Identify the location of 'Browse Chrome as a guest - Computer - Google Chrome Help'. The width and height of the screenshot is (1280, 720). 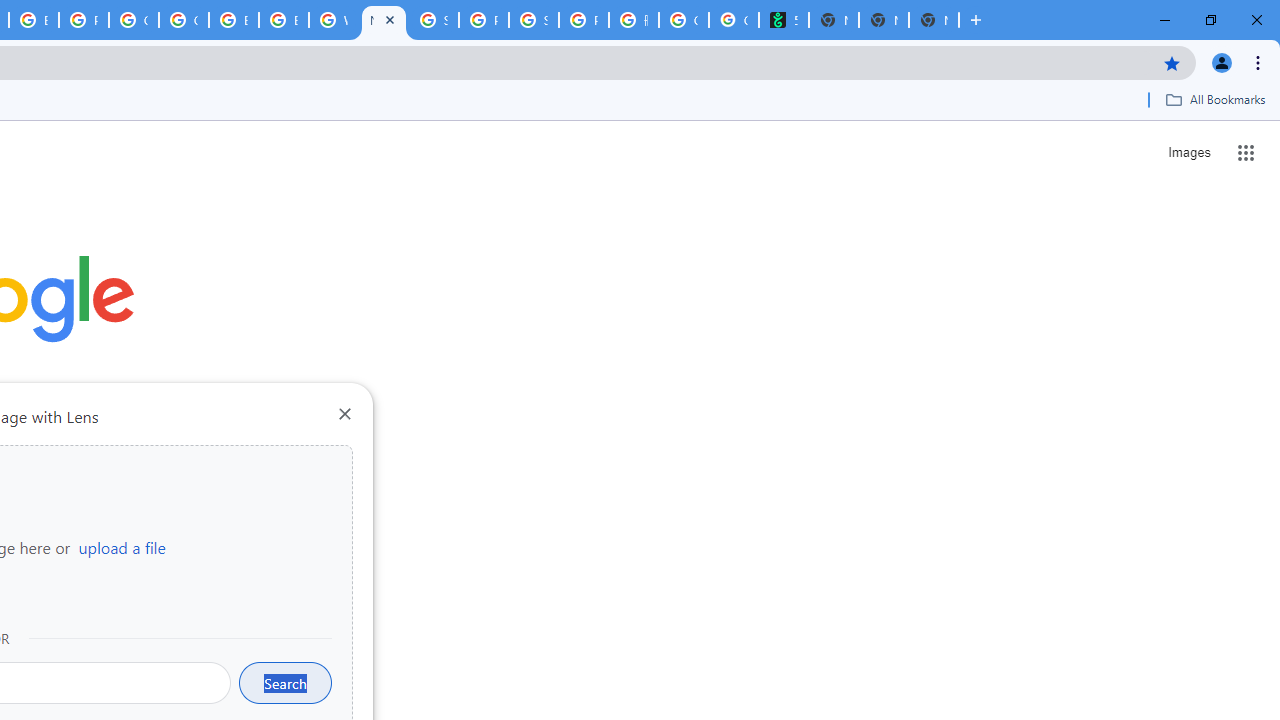
(282, 20).